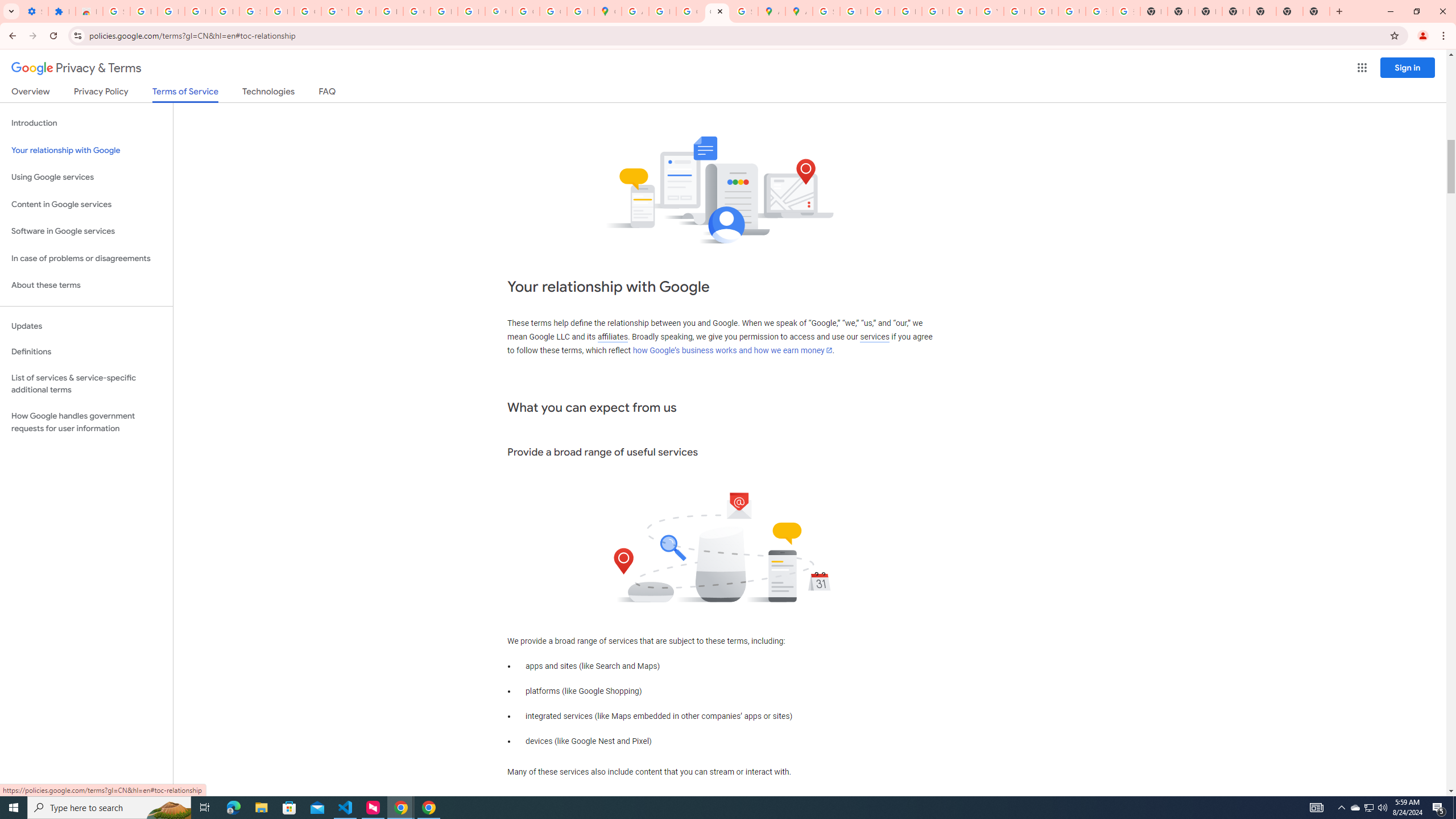 The height and width of the screenshot is (819, 1456). What do you see at coordinates (35, 11) in the screenshot?
I see `'Settings - On startup'` at bounding box center [35, 11].